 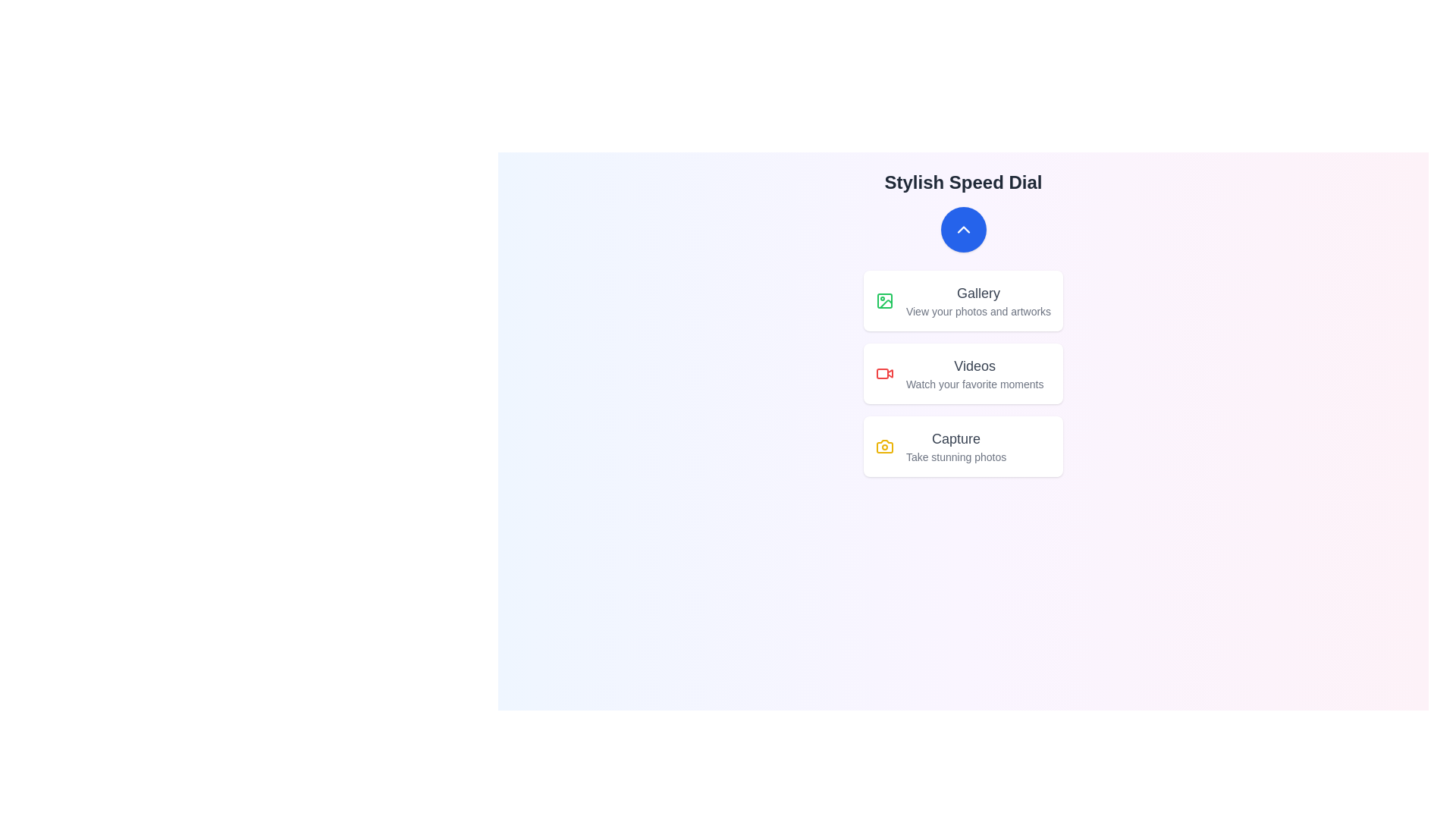 I want to click on the Videos item from the StylishSpeedDial component, so click(x=962, y=374).